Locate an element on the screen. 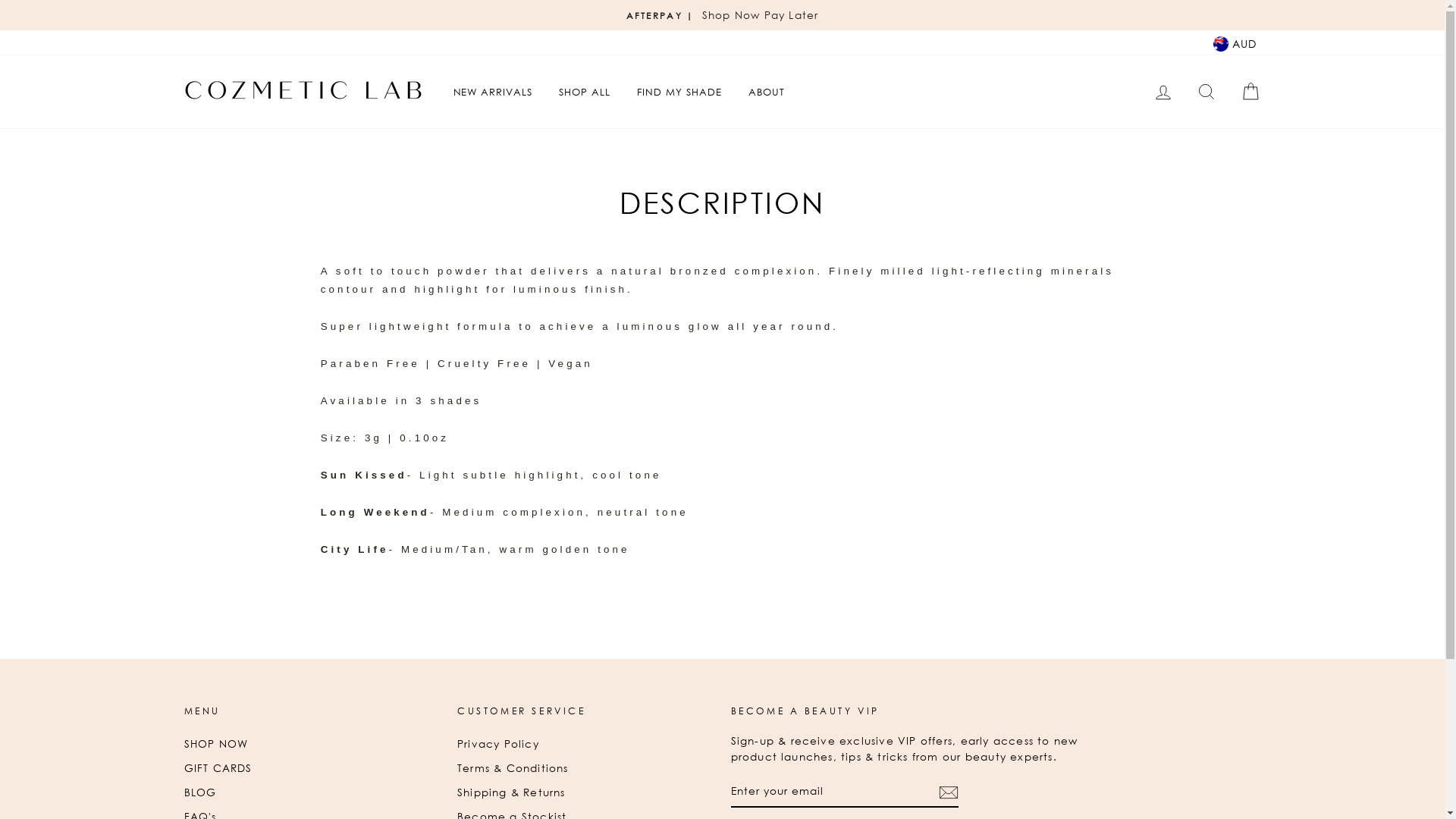 The image size is (1456, 819). 'BLOG' is located at coordinates (199, 792).